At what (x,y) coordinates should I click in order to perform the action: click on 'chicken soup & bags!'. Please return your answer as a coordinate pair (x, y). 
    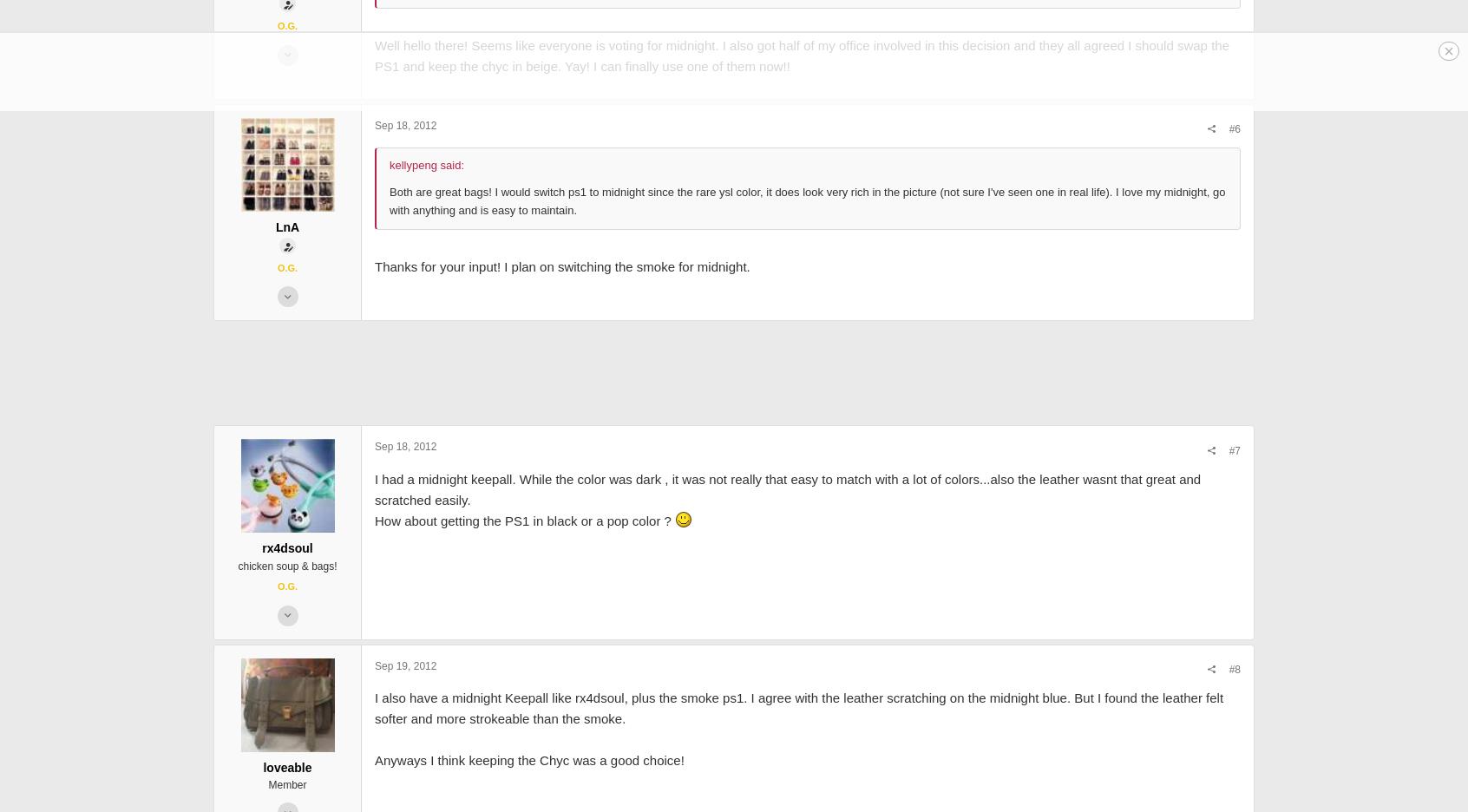
    Looking at the image, I should click on (285, 689).